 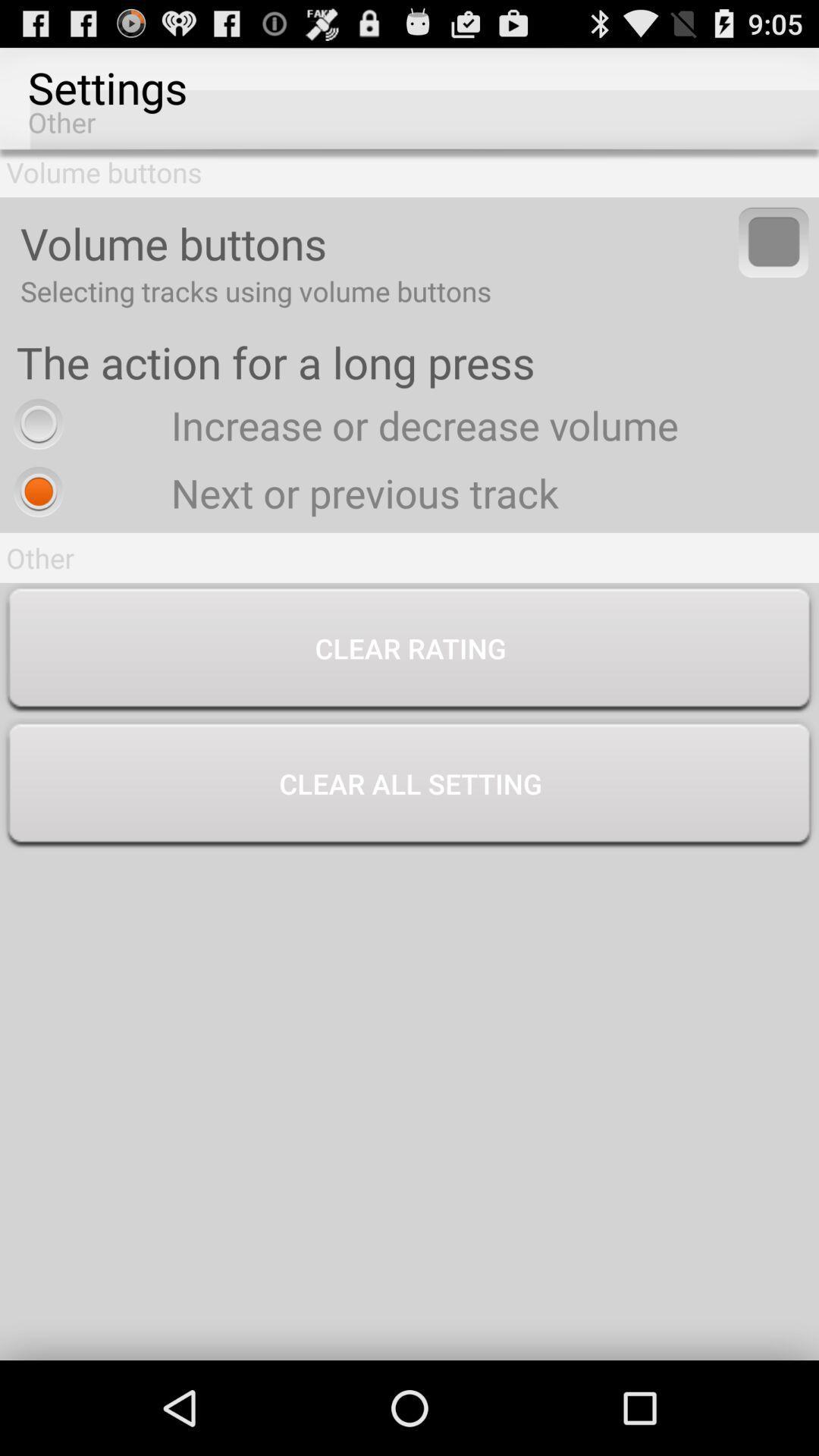 What do you see at coordinates (773, 241) in the screenshot?
I see `switch volume buttons` at bounding box center [773, 241].